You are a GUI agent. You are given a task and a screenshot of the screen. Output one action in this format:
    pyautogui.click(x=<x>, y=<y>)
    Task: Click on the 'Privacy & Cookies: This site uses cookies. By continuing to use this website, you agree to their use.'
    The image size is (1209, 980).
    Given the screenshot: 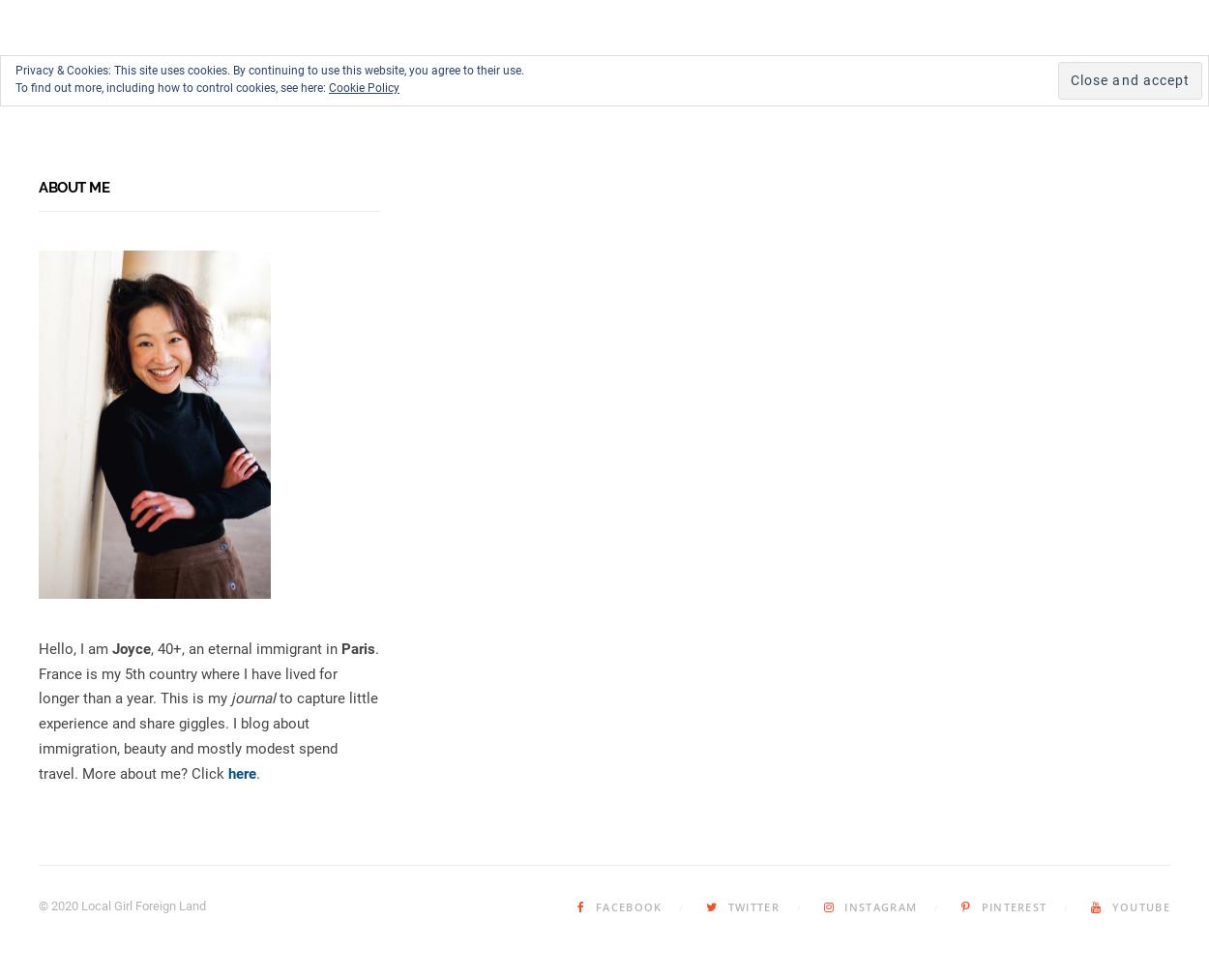 What is the action you would take?
    pyautogui.click(x=270, y=70)
    